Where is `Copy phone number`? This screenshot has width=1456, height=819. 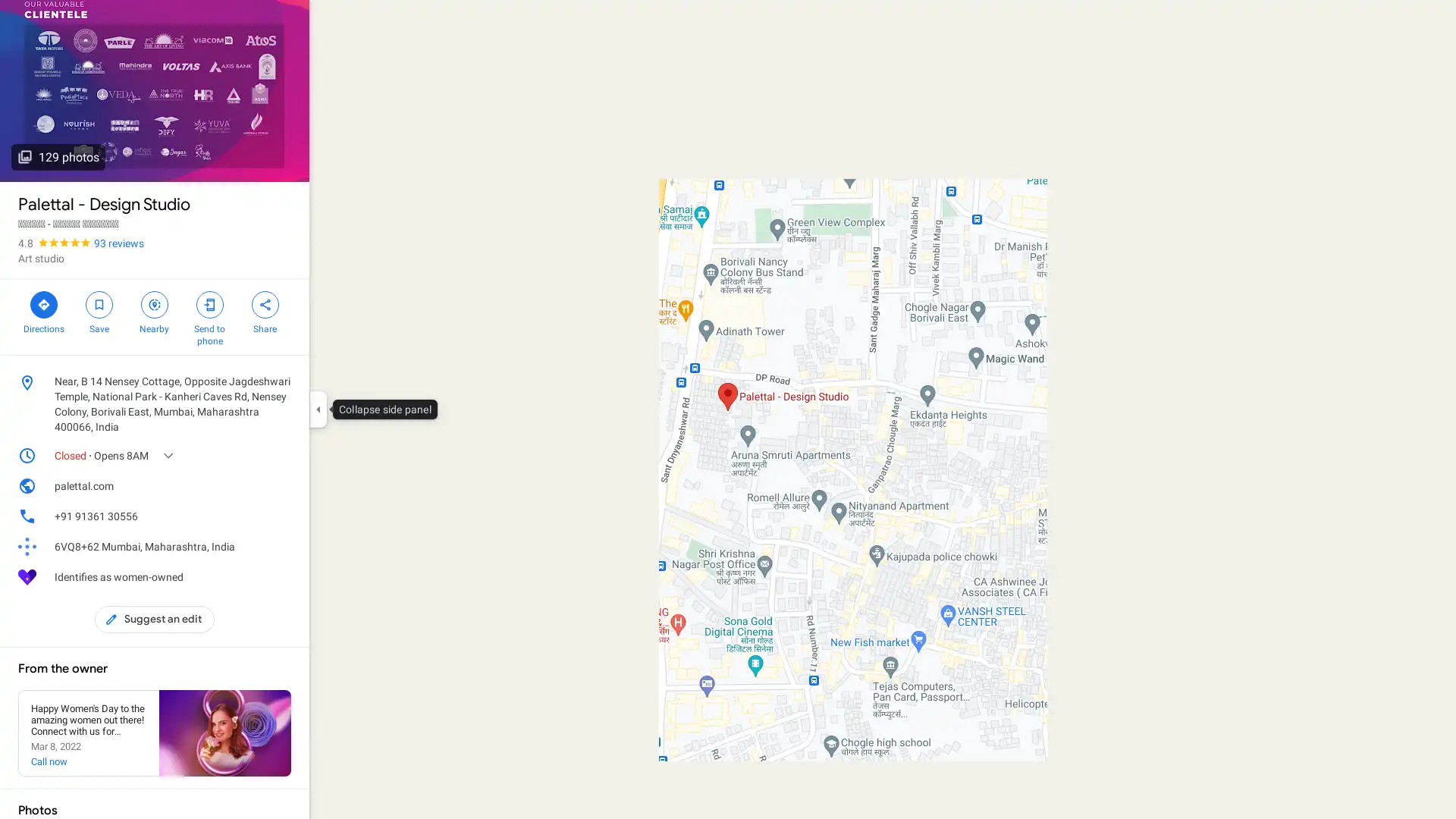
Copy phone number is located at coordinates (261, 516).